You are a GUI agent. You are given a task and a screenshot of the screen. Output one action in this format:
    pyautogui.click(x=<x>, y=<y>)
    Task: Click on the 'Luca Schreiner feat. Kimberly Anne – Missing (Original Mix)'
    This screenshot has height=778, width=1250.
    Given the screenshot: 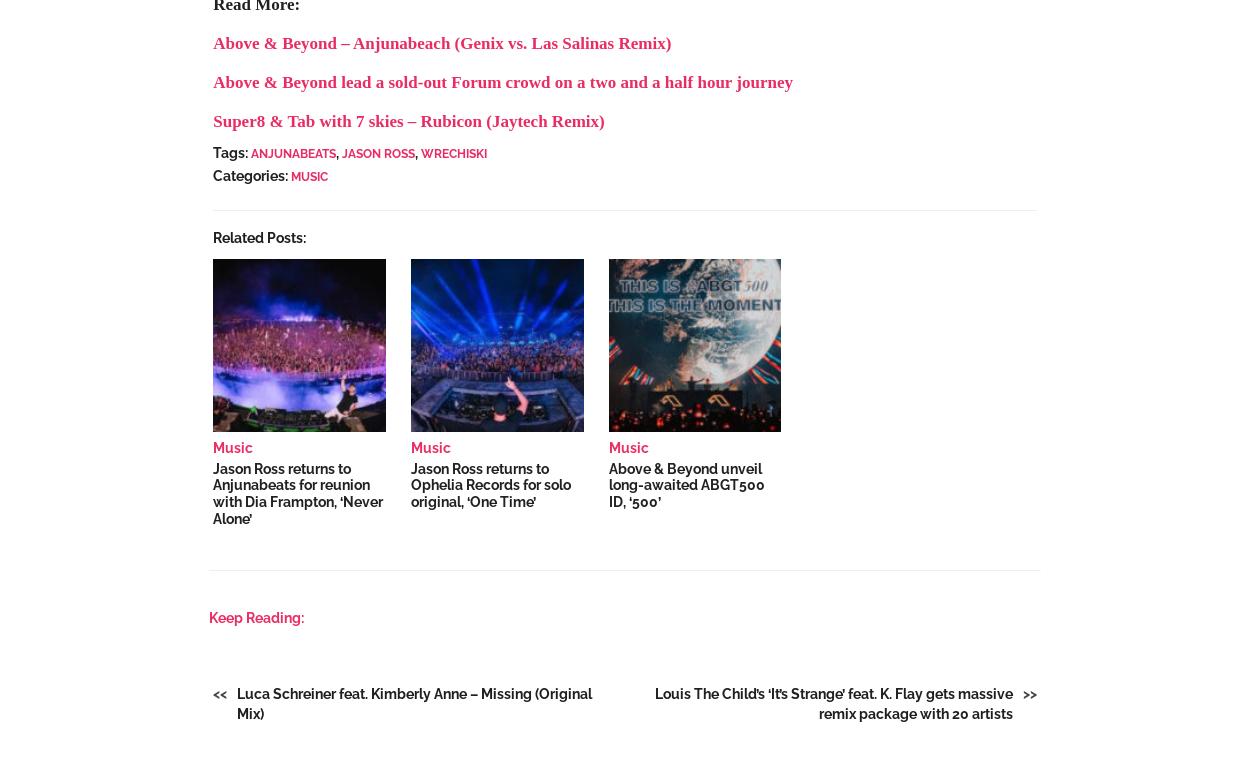 What is the action you would take?
    pyautogui.click(x=414, y=703)
    